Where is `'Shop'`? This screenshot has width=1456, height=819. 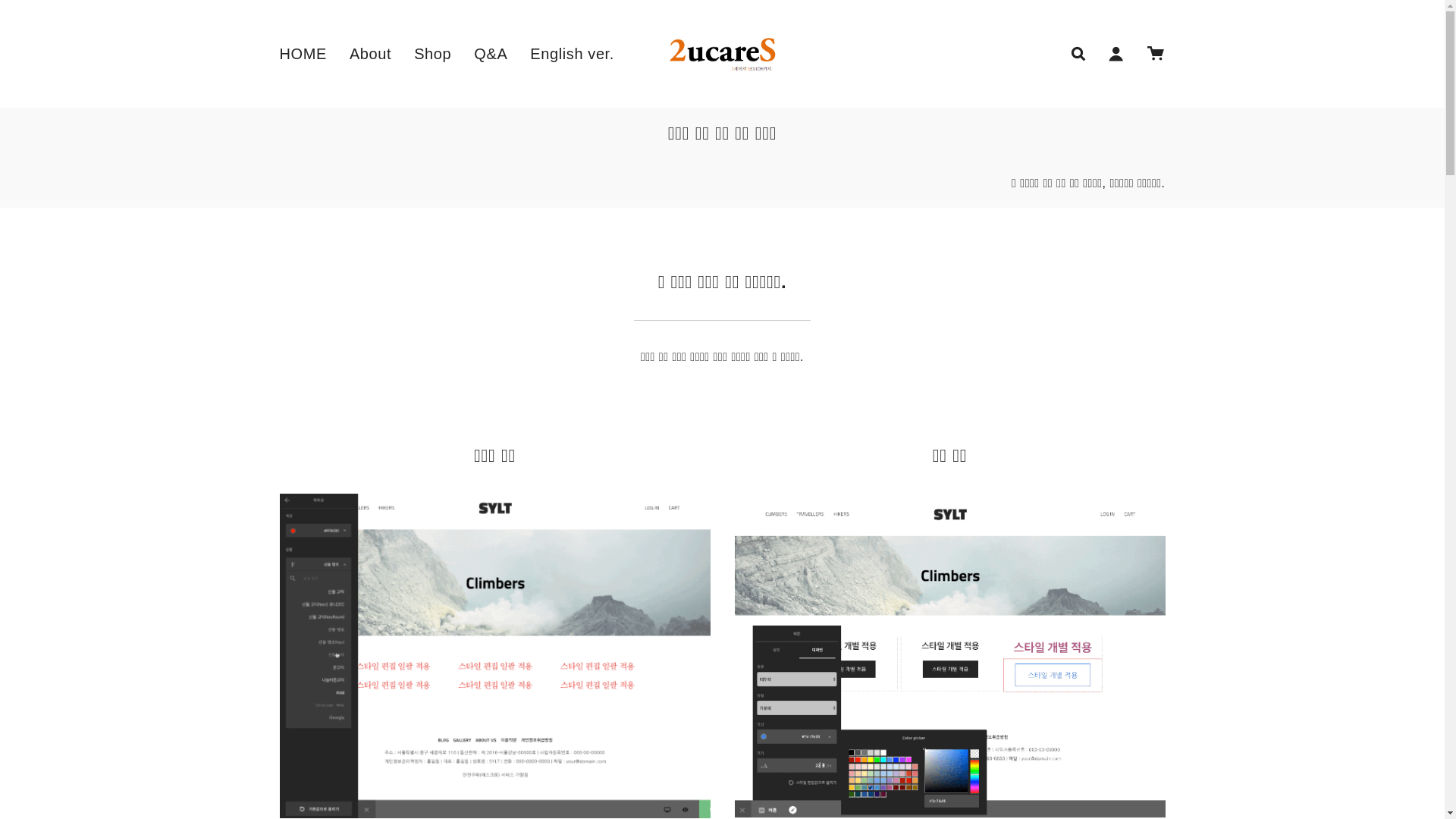 'Shop' is located at coordinates (431, 52).